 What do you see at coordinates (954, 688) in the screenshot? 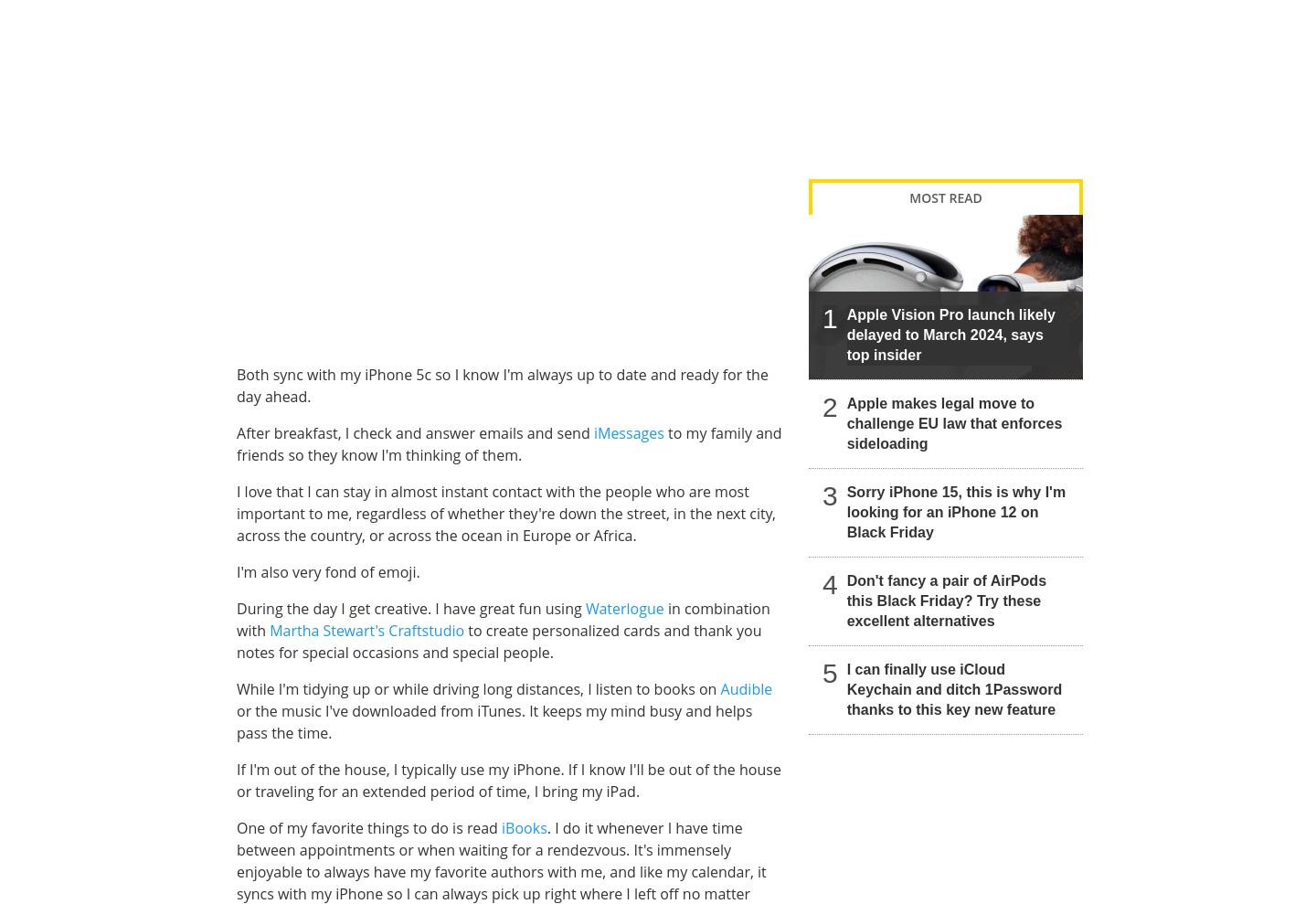
I see `'I can finally use iCloud Keychain and ditch 1Password thanks to this key new feature'` at bounding box center [954, 688].